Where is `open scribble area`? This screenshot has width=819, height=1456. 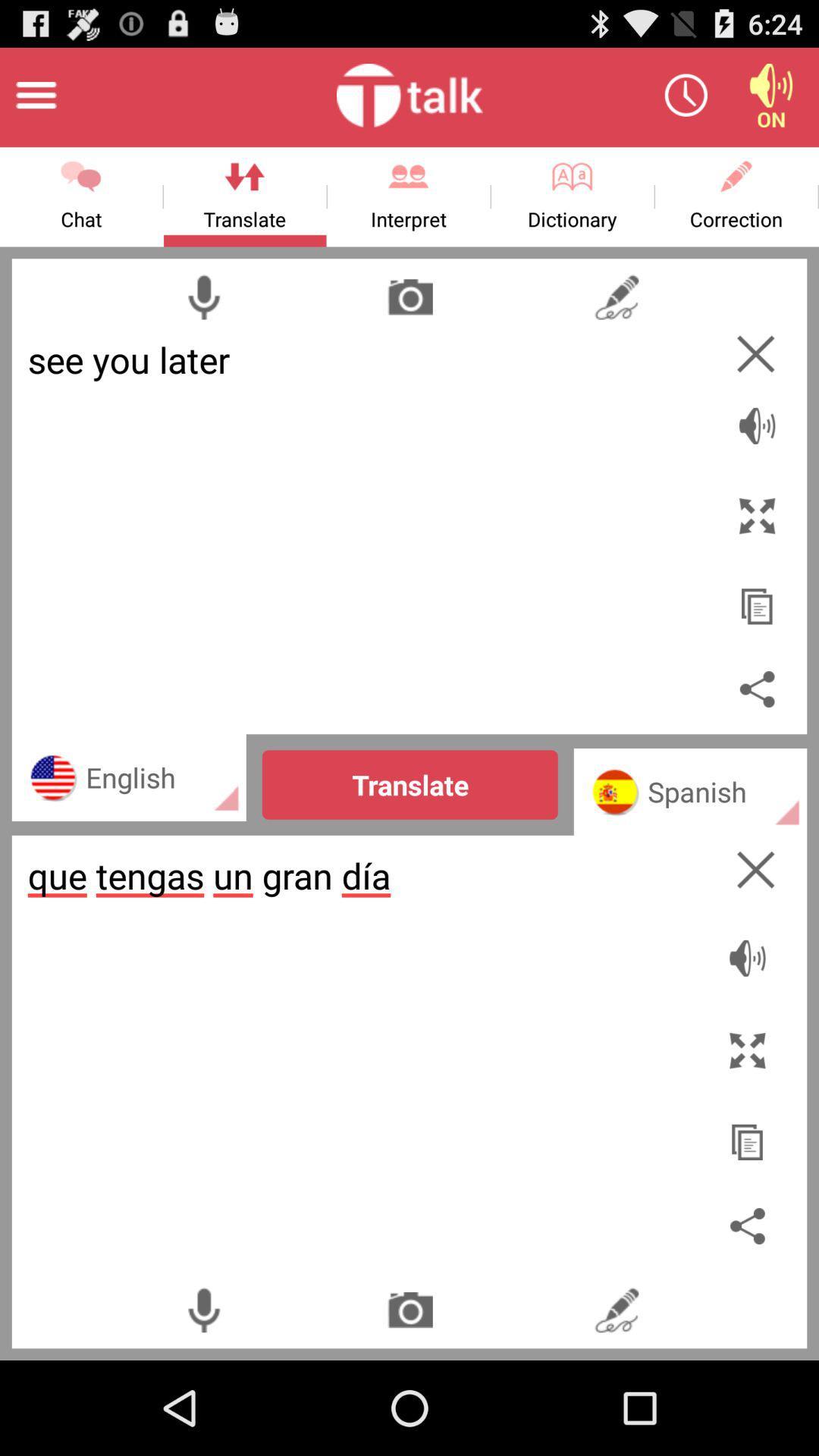 open scribble area is located at coordinates (617, 297).